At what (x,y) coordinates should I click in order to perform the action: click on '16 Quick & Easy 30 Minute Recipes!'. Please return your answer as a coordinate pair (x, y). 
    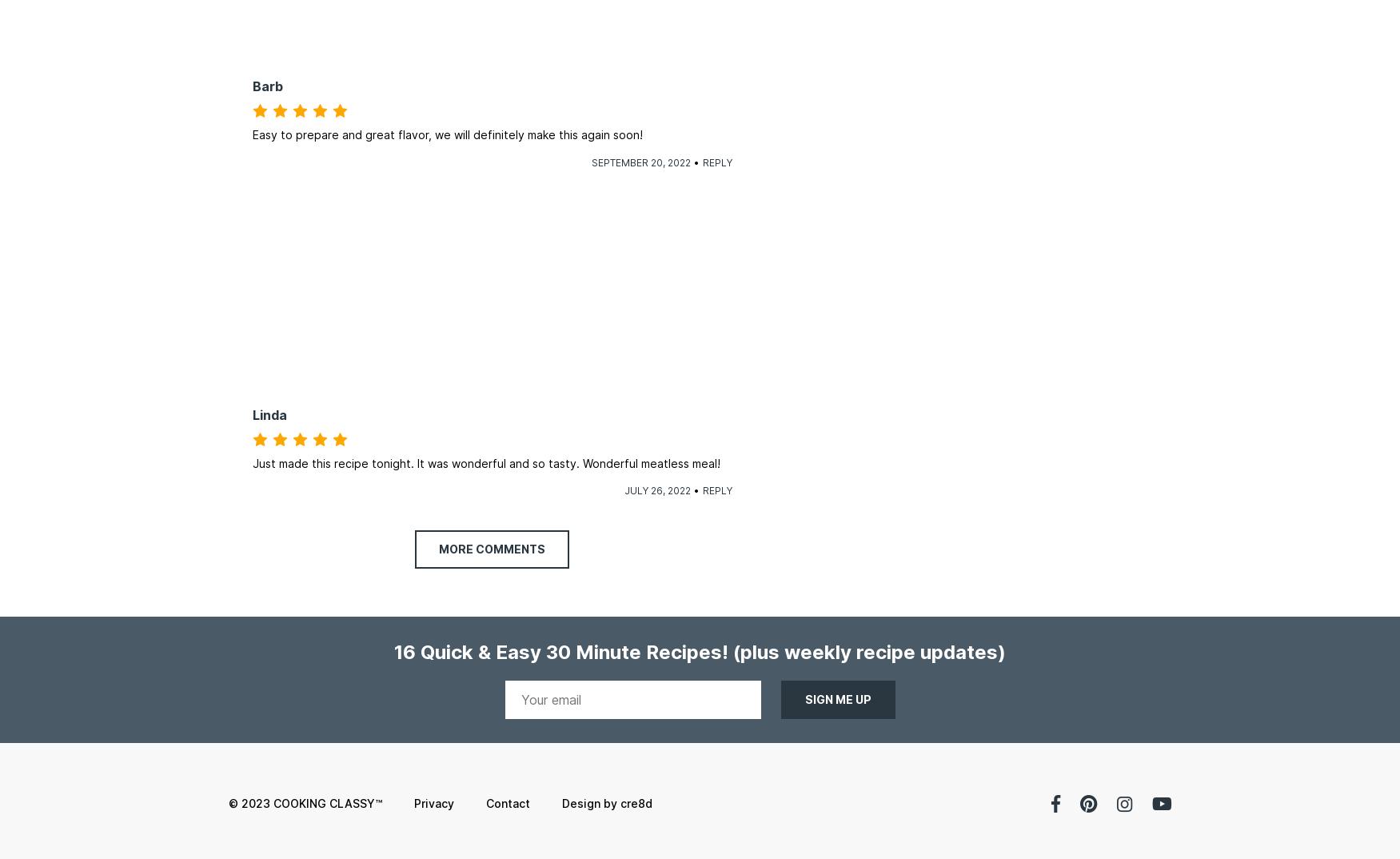
    Looking at the image, I should click on (563, 652).